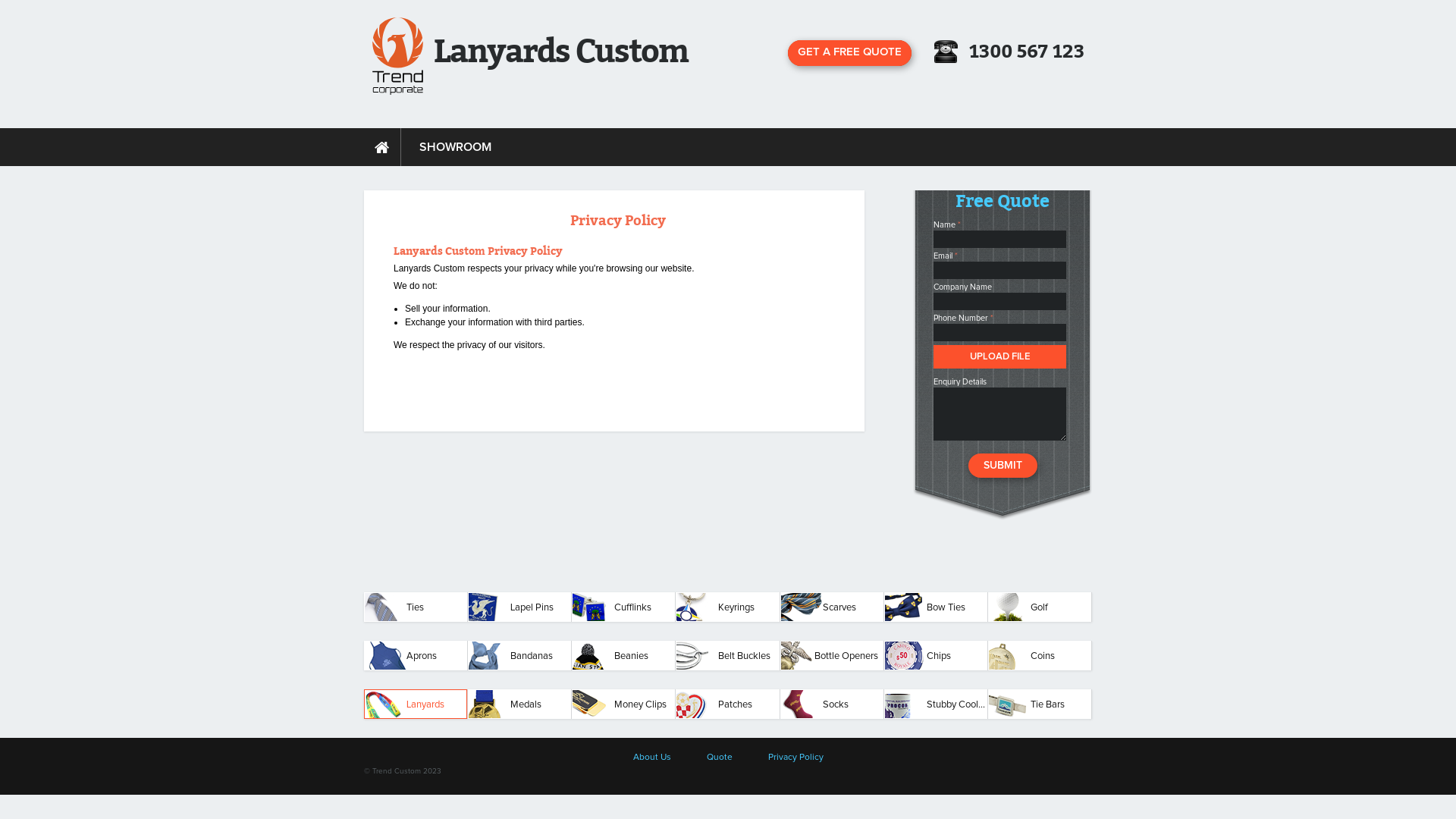 This screenshot has width=1456, height=819. What do you see at coordinates (934, 704) in the screenshot?
I see `'Stubby Coolers'` at bounding box center [934, 704].